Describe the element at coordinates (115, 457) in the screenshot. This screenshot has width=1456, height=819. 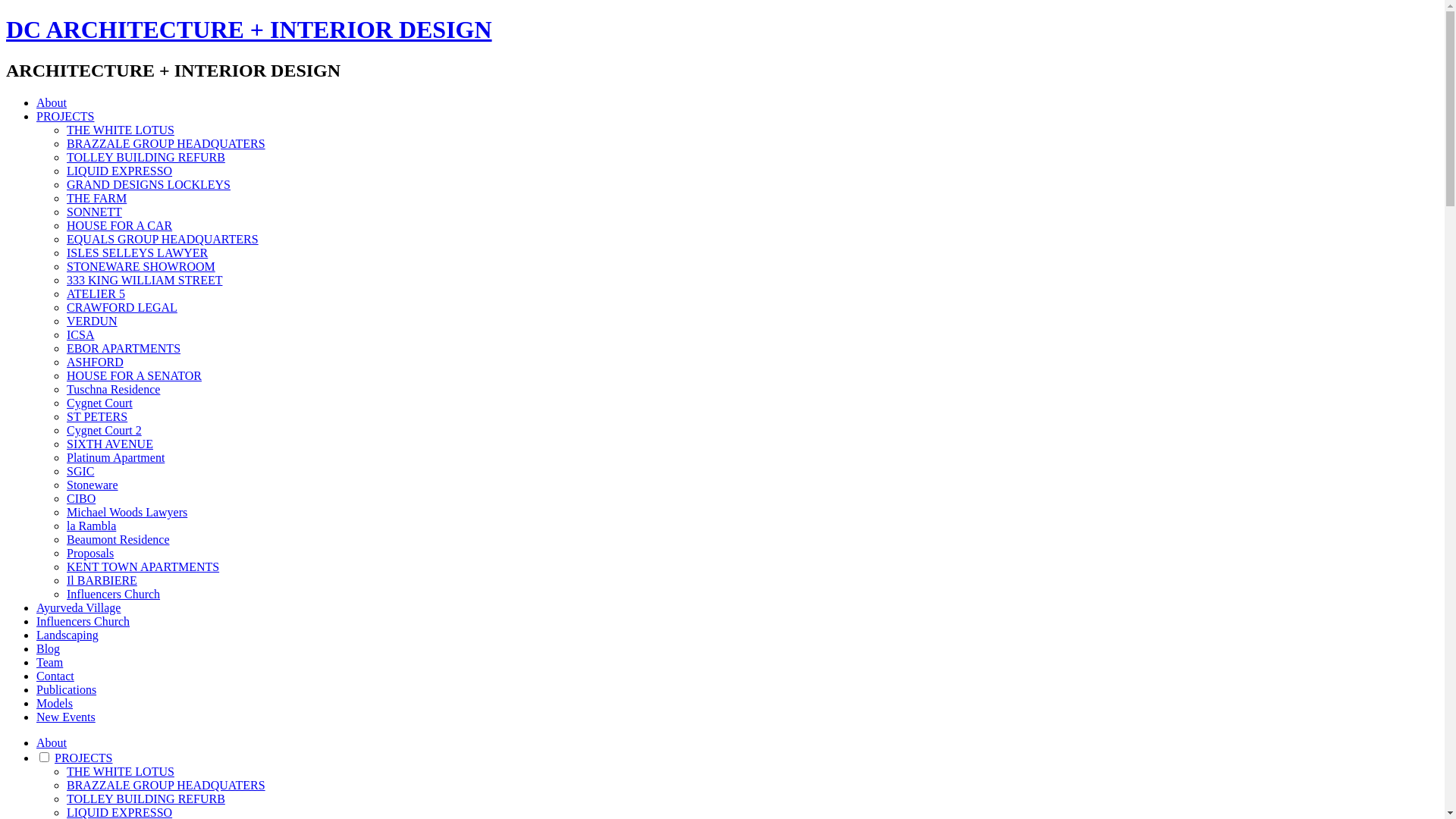
I see `'Platinum Apartment'` at that location.